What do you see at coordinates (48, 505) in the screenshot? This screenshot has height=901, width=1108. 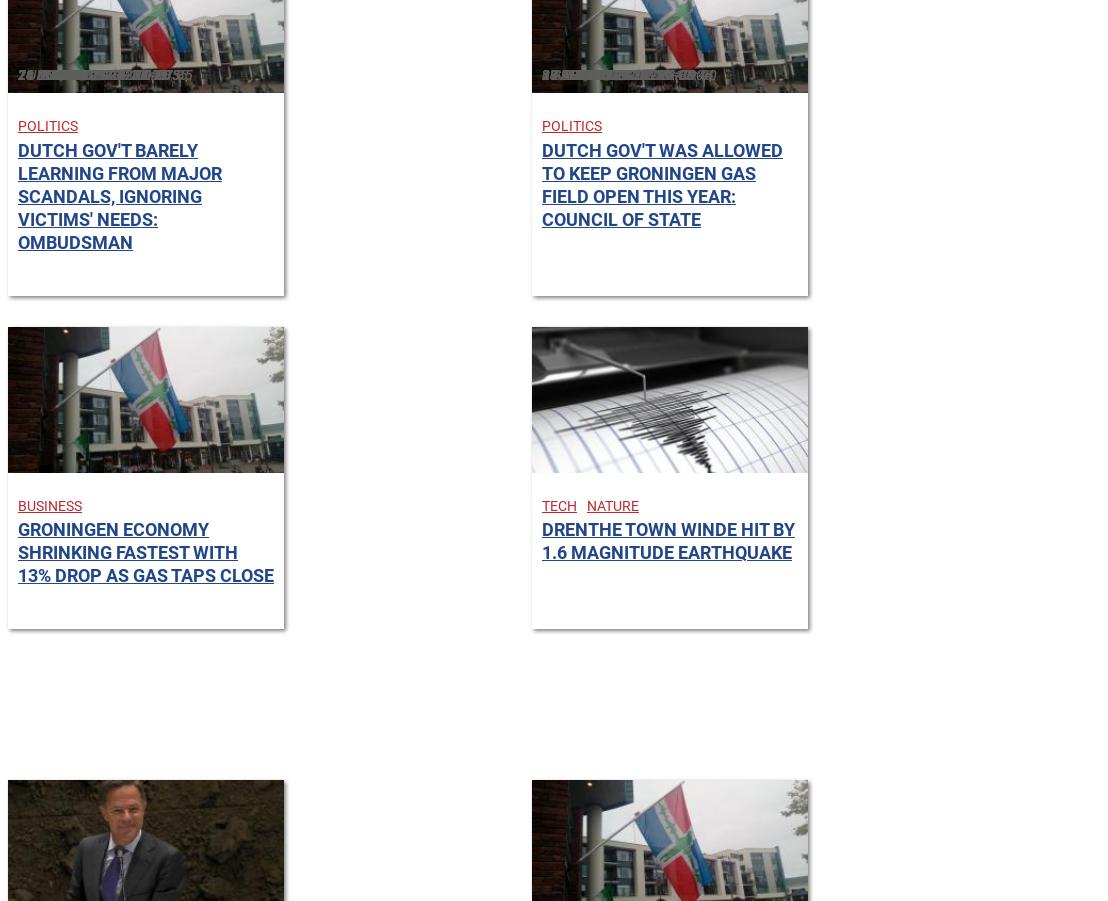 I see `'Business'` at bounding box center [48, 505].